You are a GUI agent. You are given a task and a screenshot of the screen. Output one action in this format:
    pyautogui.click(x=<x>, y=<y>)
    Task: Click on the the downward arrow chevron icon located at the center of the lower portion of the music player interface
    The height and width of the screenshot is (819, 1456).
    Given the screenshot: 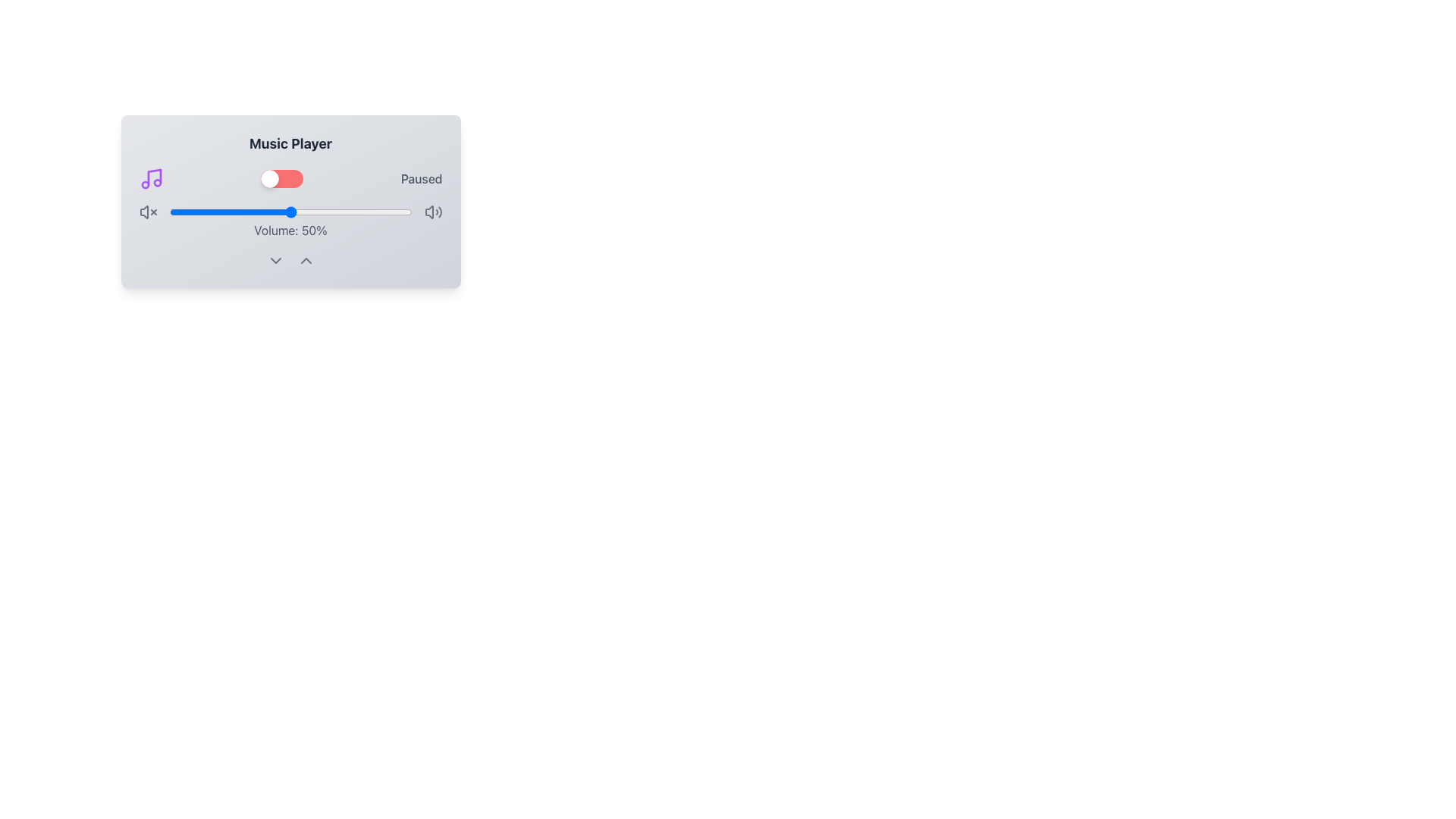 What is the action you would take?
    pyautogui.click(x=275, y=259)
    